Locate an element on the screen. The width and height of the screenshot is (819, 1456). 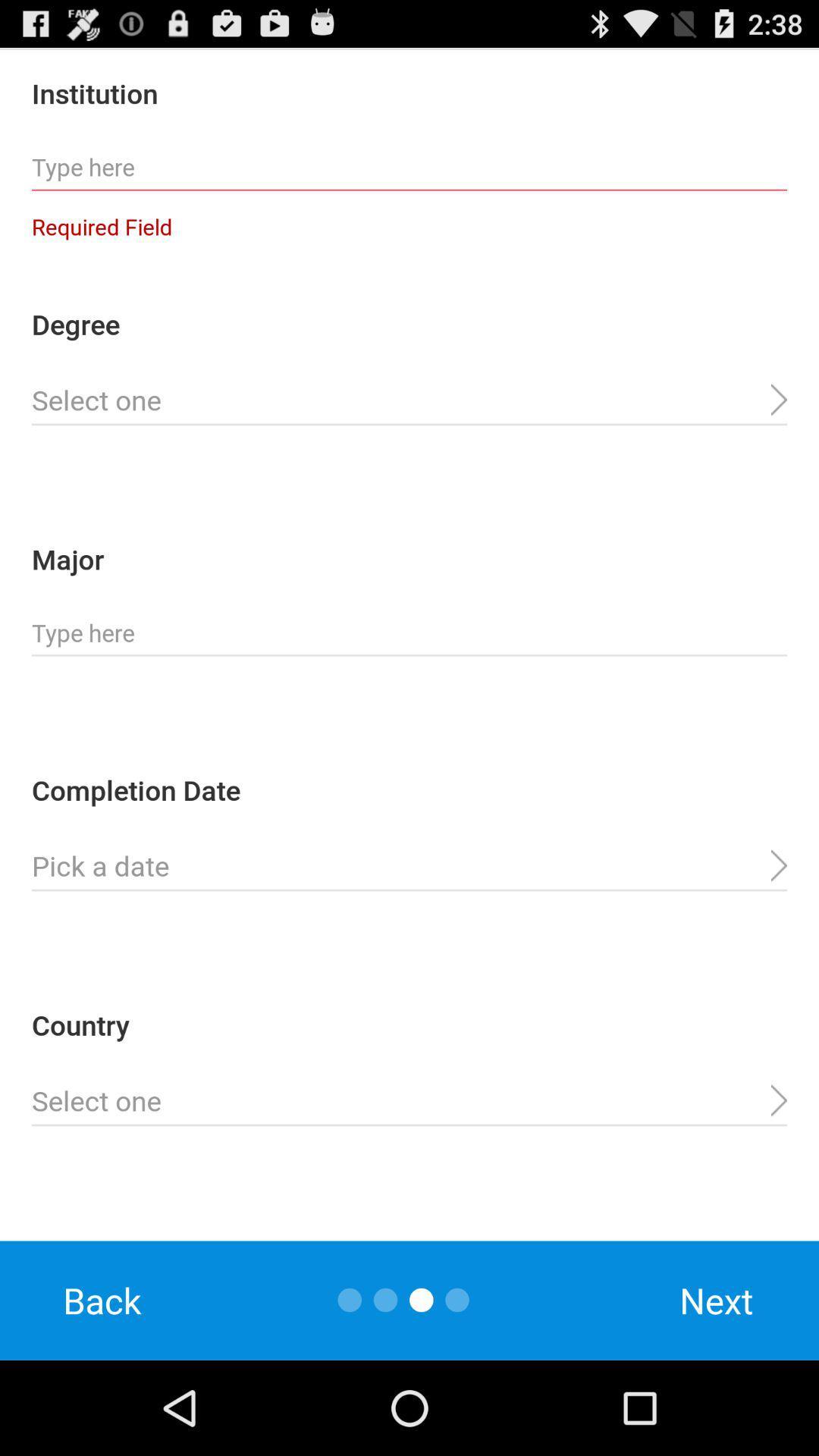
institution is located at coordinates (409, 168).